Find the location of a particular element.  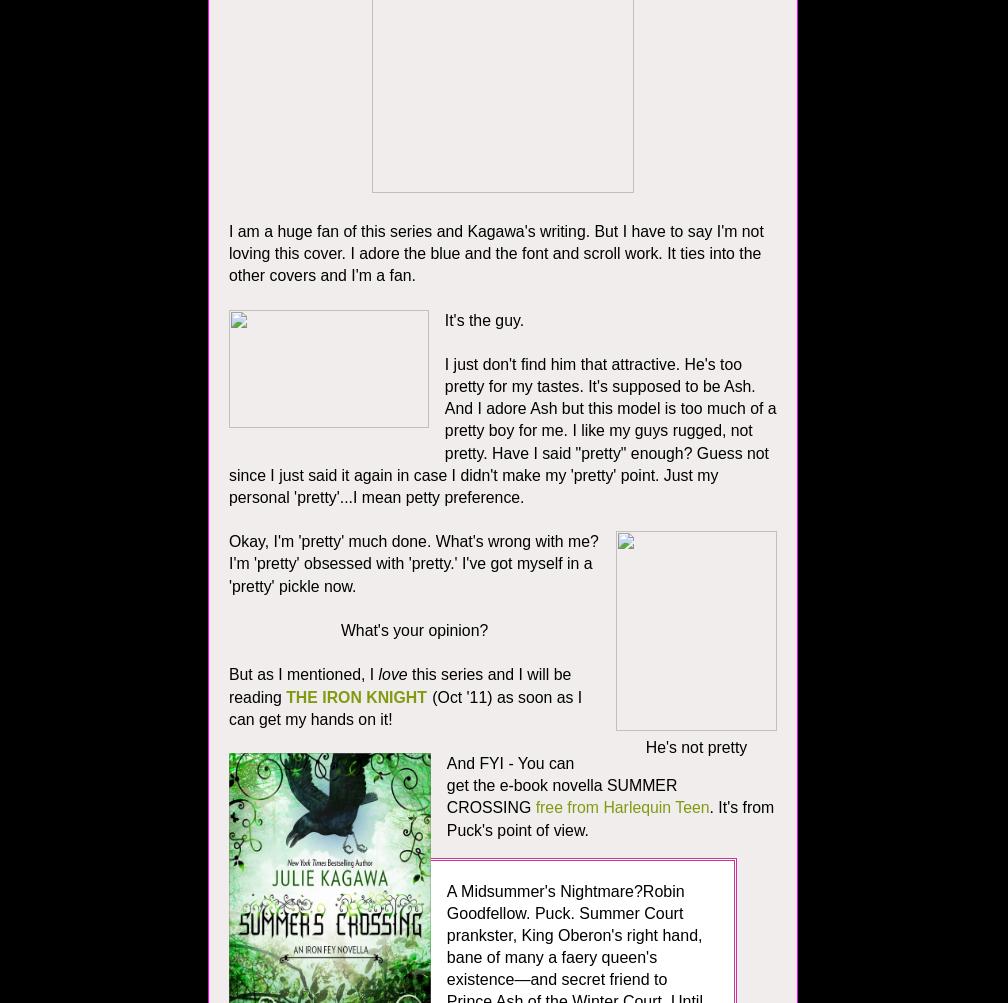

'I just don't find him that attractive. He's too pretty for my tastes. It's supposed to be Ash. And I adore Ash but this model is too much of a pretty boy for me. I like my guys rugged, not pretty.' is located at coordinates (610, 408).